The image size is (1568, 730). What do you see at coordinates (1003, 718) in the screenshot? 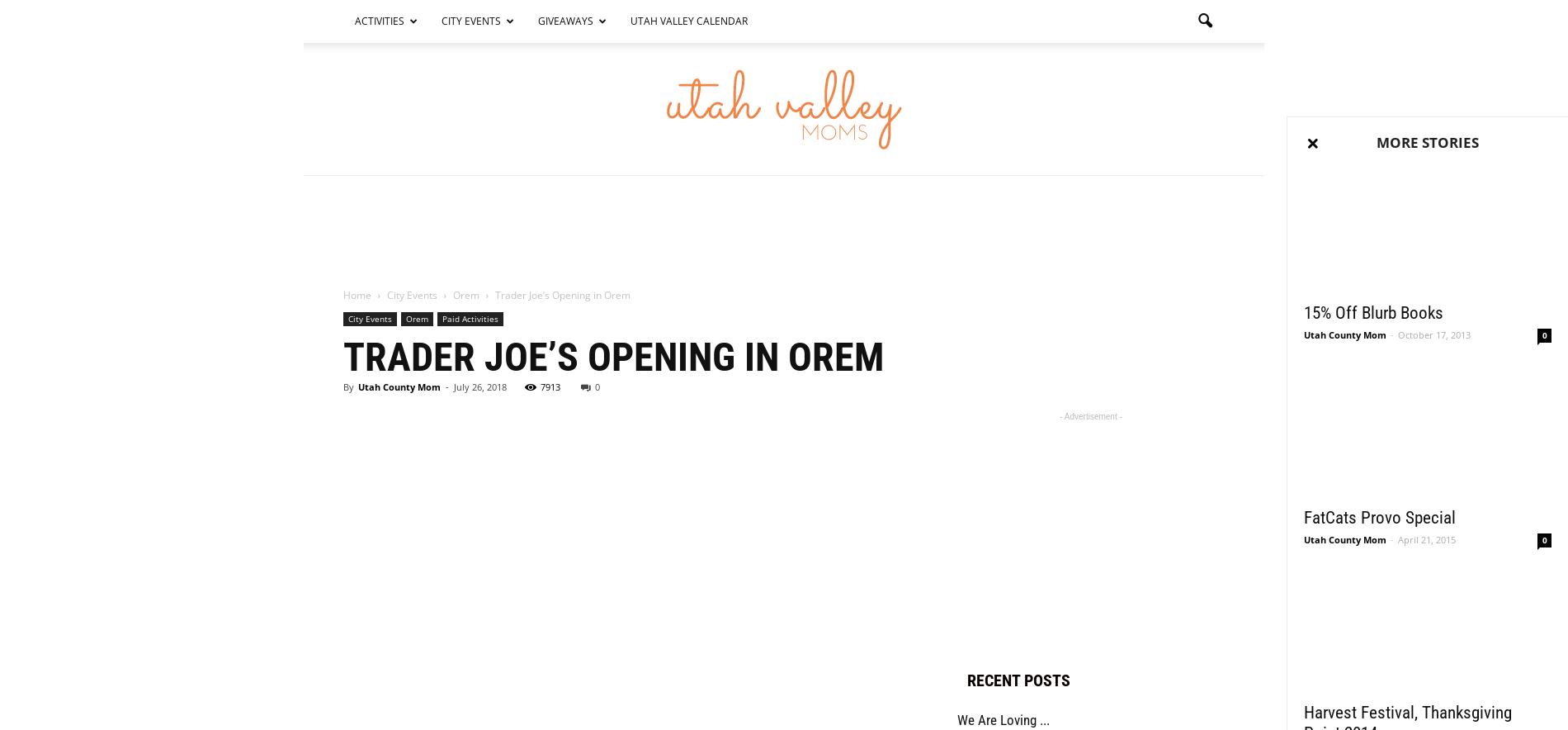
I see `'We Are Loving ...'` at bounding box center [1003, 718].